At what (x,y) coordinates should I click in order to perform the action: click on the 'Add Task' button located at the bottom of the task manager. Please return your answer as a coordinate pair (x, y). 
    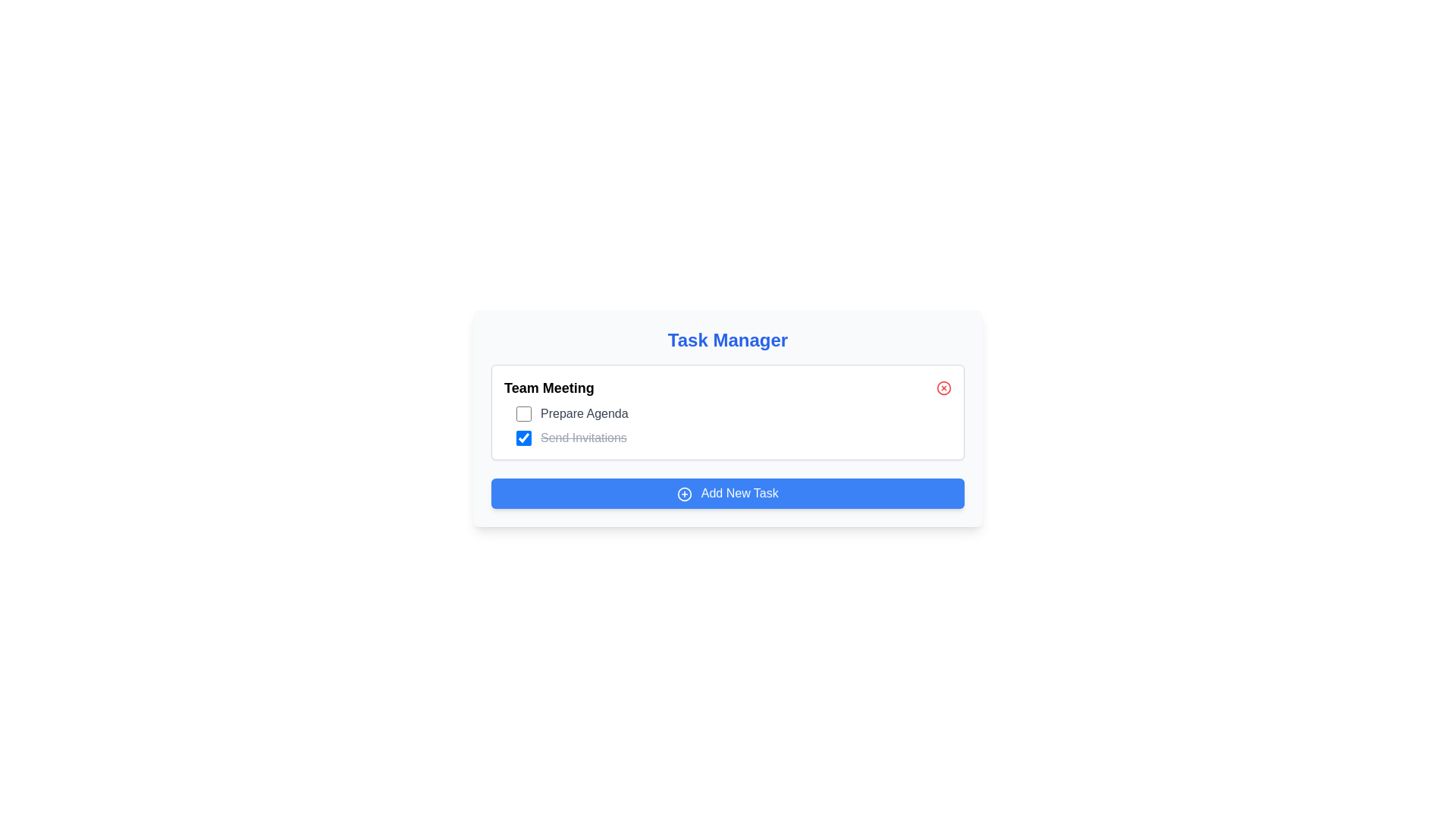
    Looking at the image, I should click on (728, 494).